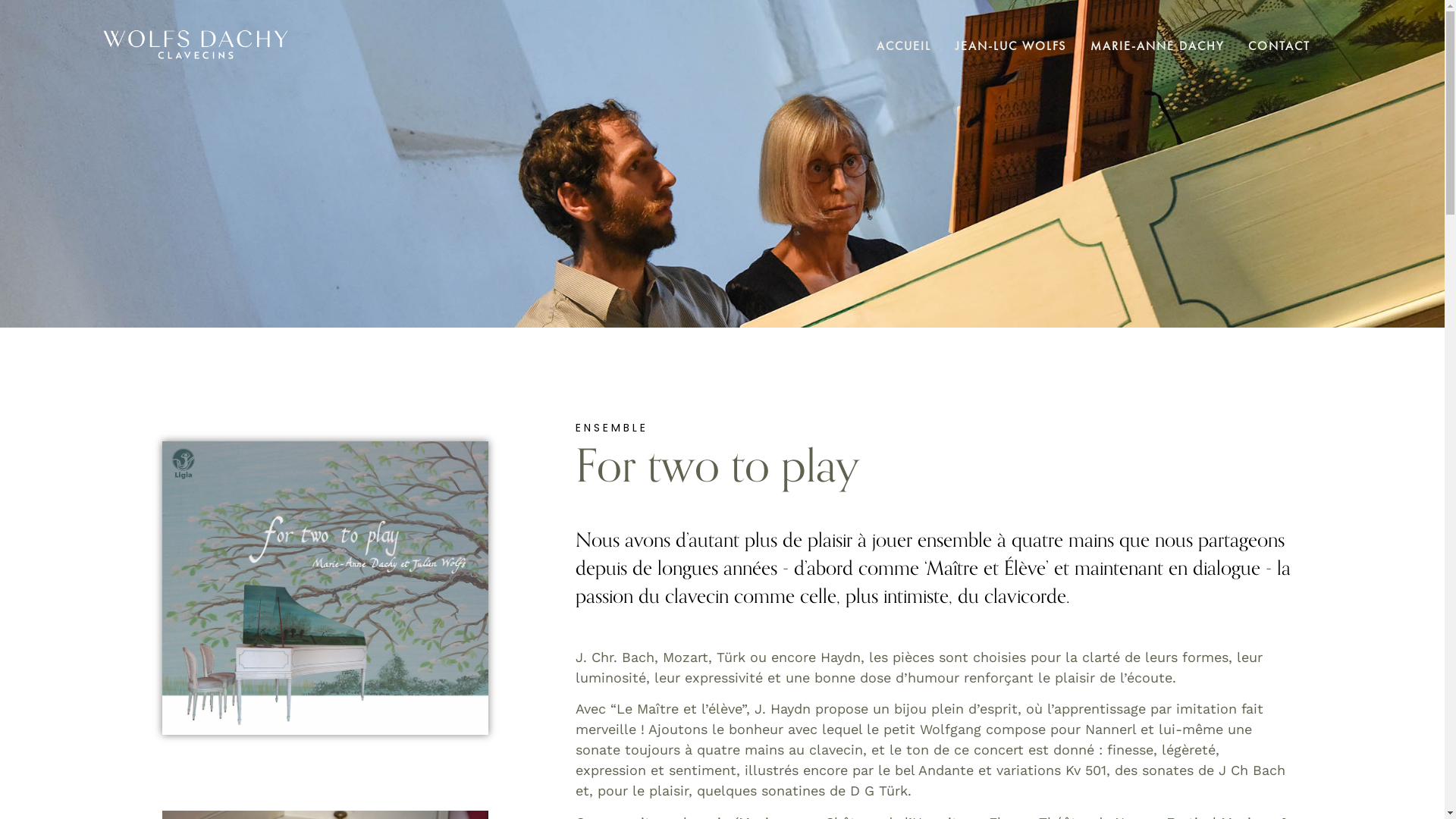  I want to click on 'JEAN-LUC WOLFS', so click(1011, 44).